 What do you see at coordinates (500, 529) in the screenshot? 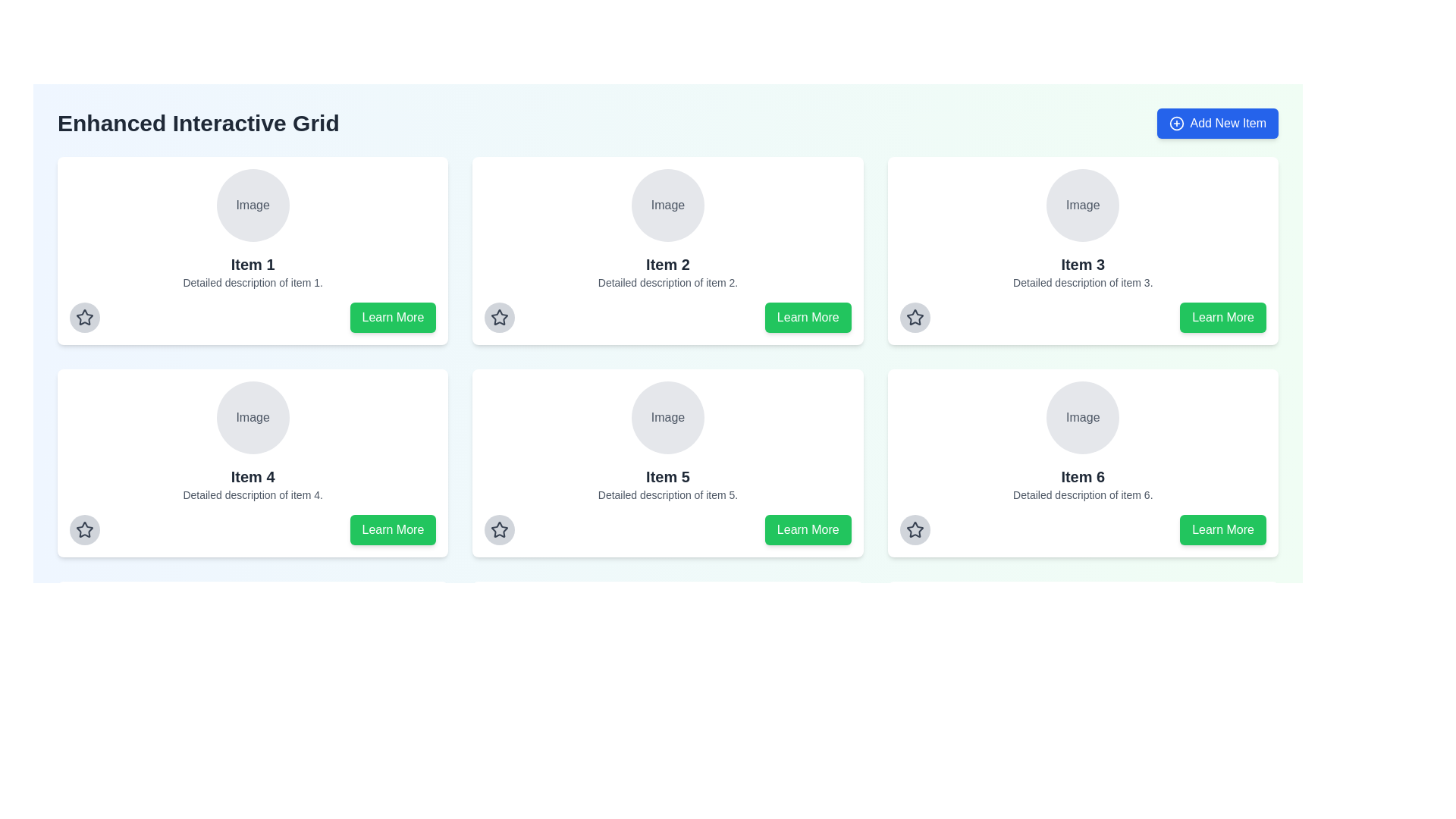
I see `the gray five-pointed star icon with a hollow center located in the bottom-left corner of the card labeled 'Item 5'` at bounding box center [500, 529].